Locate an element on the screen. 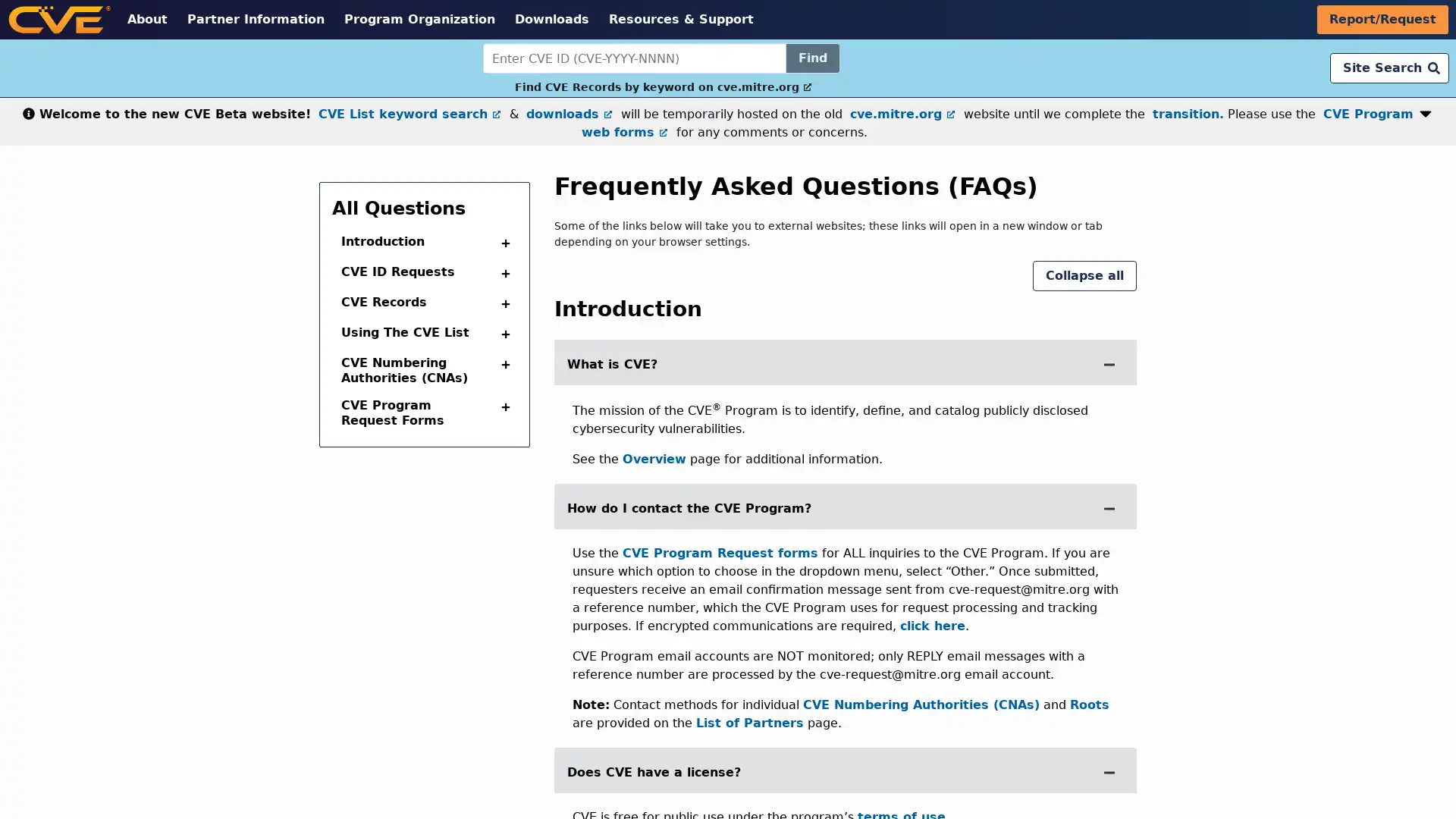 This screenshot has height=819, width=1456. expand is located at coordinates (502, 304).